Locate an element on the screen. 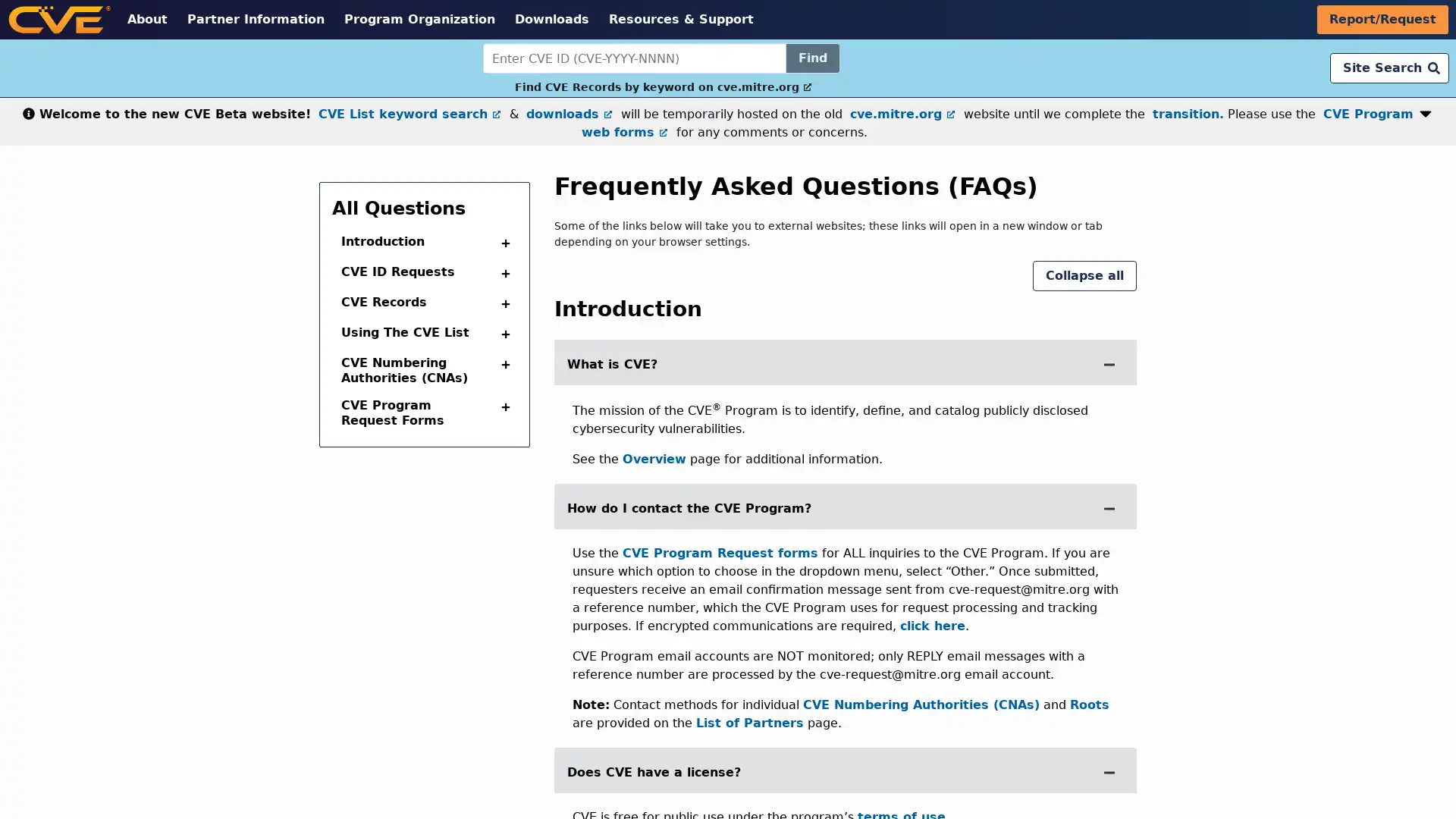 This screenshot has height=819, width=1456. expand is located at coordinates (502, 304).